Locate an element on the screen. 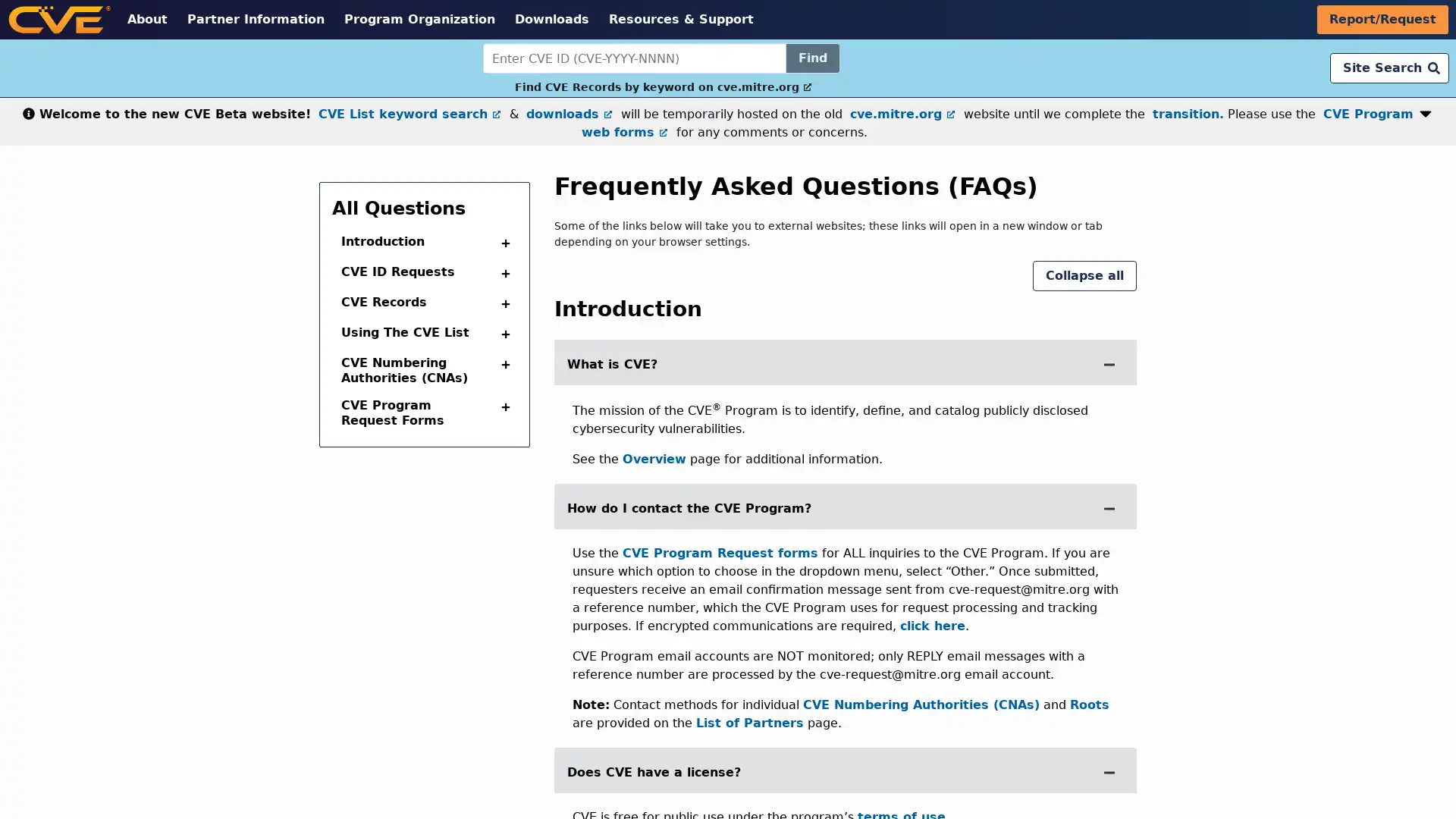 This screenshot has height=819, width=1456. expand is located at coordinates (502, 304).